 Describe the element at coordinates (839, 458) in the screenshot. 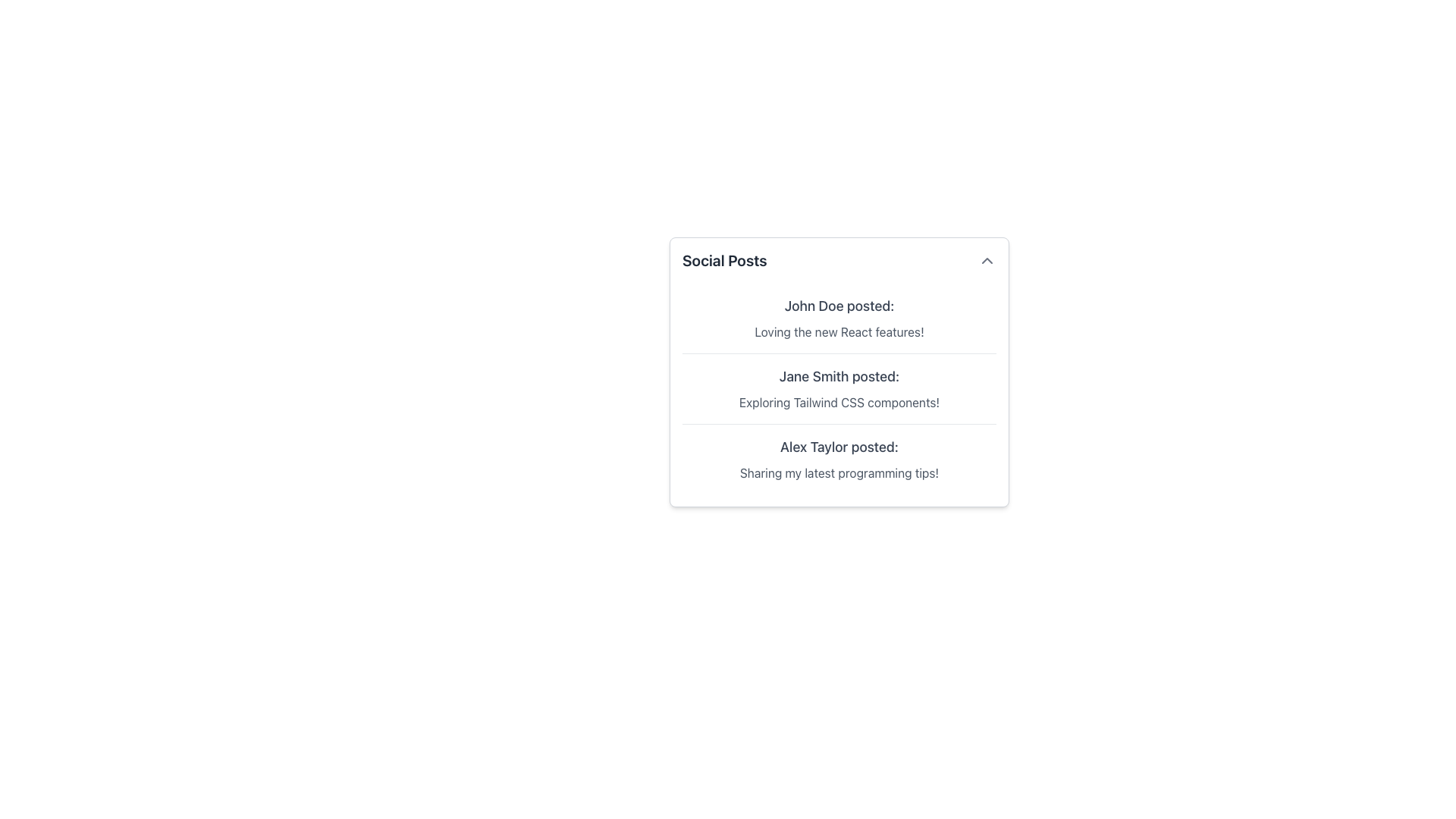

I see `the static text block displaying the user's post information, which is the third post in the list beneath 'Jane Smith posted: Exploring Tailwind CSS components!'` at that location.